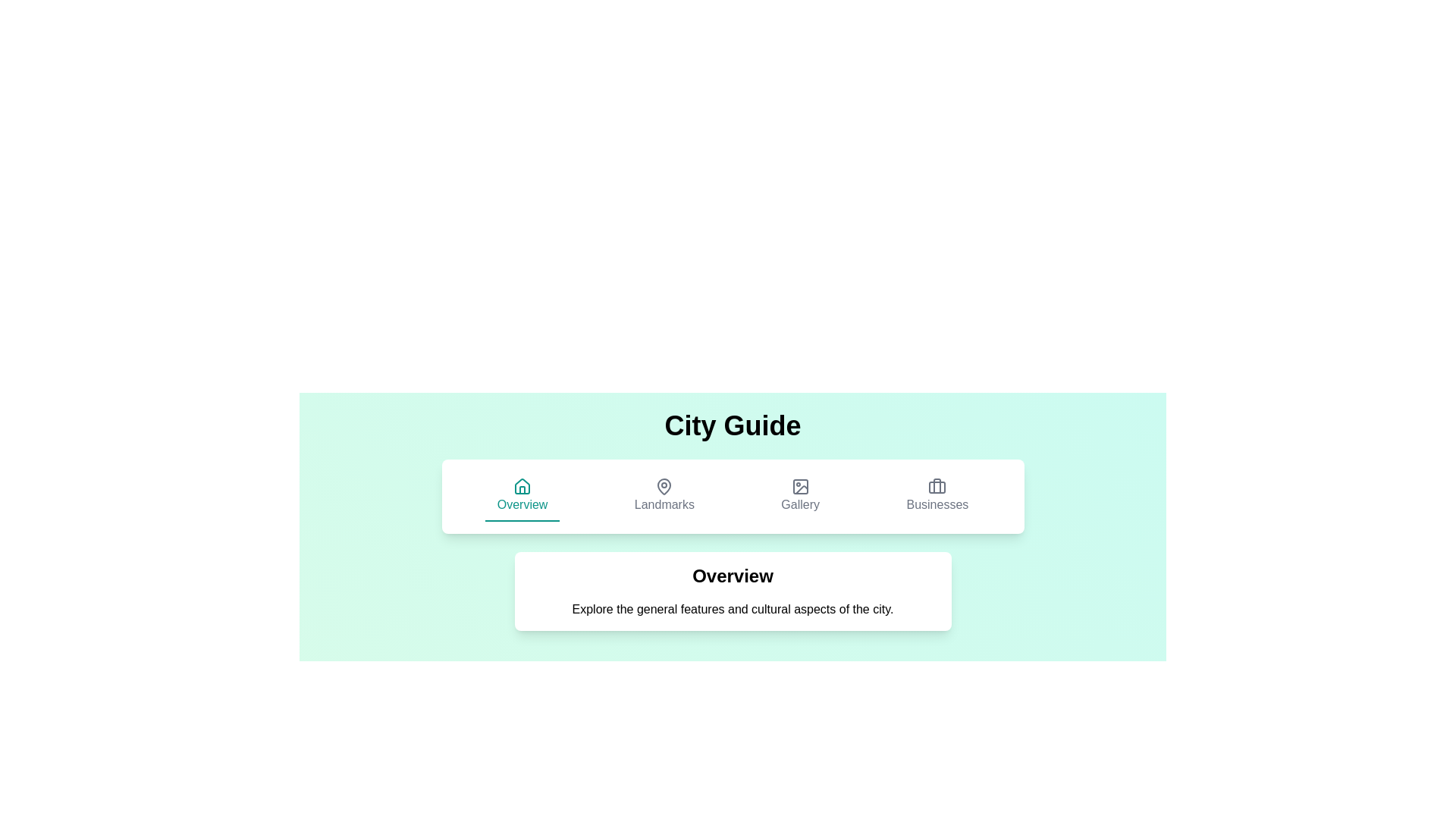 Image resolution: width=1456 pixels, height=819 pixels. What do you see at coordinates (733, 576) in the screenshot?
I see `the heading text element located at the top-center of the white card, which serves as an introductory section for the content below` at bounding box center [733, 576].